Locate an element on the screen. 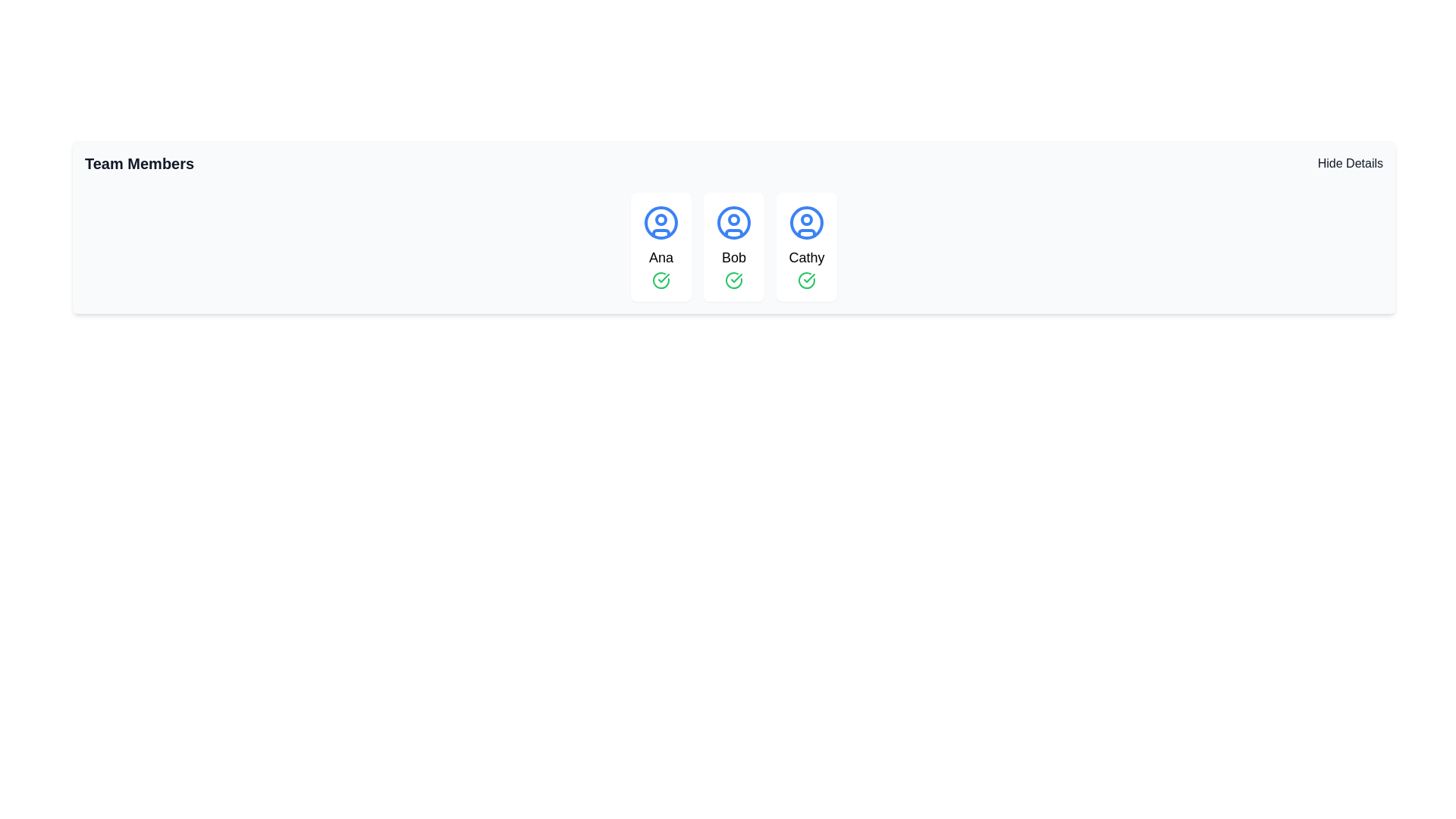  the circular user profile icon with a blue outline located in the card labeled 'Cathy' is located at coordinates (806, 222).